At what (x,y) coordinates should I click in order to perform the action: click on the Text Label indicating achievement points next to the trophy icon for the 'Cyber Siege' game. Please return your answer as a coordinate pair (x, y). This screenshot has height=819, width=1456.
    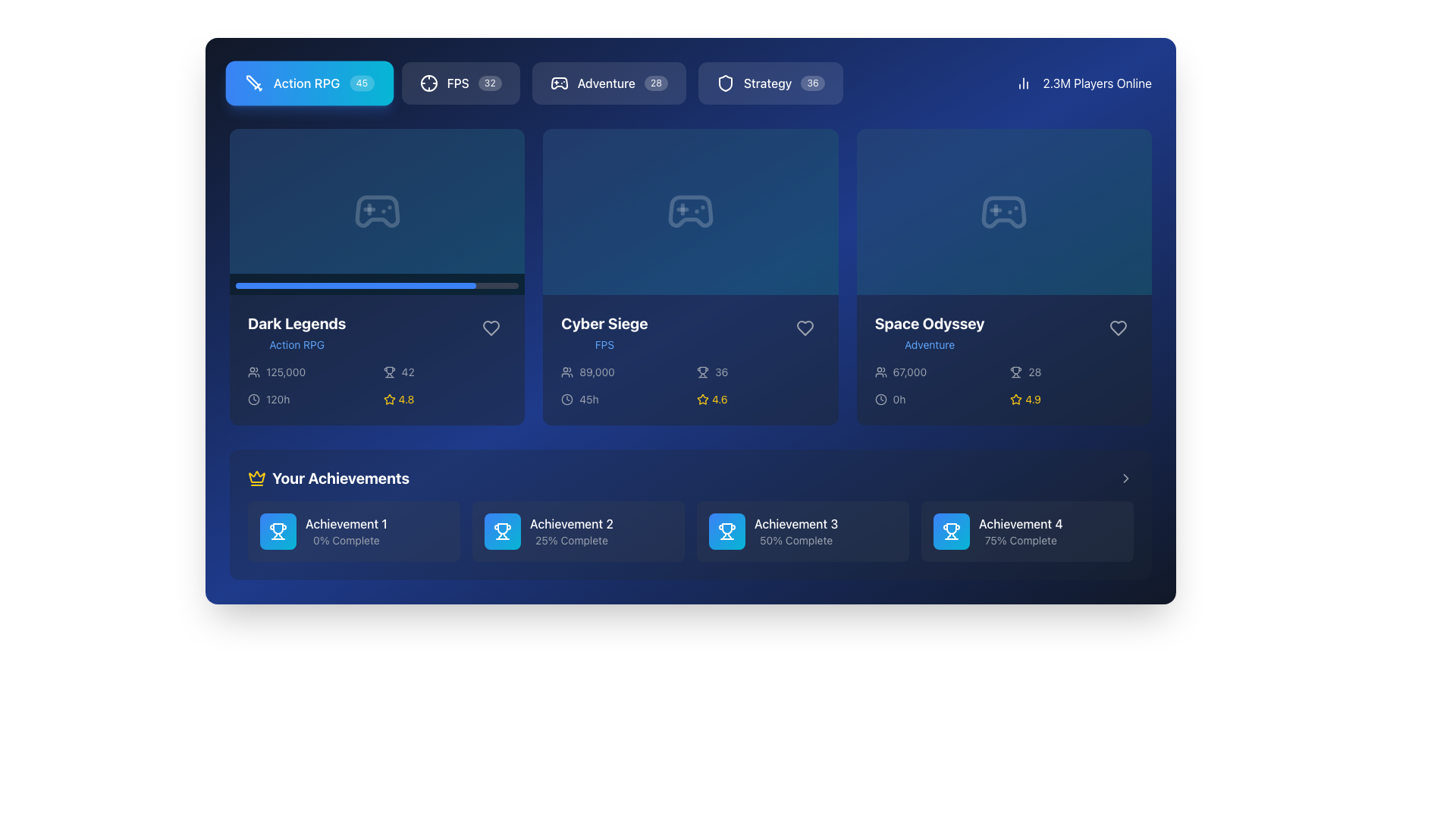
    Looking at the image, I should click on (720, 372).